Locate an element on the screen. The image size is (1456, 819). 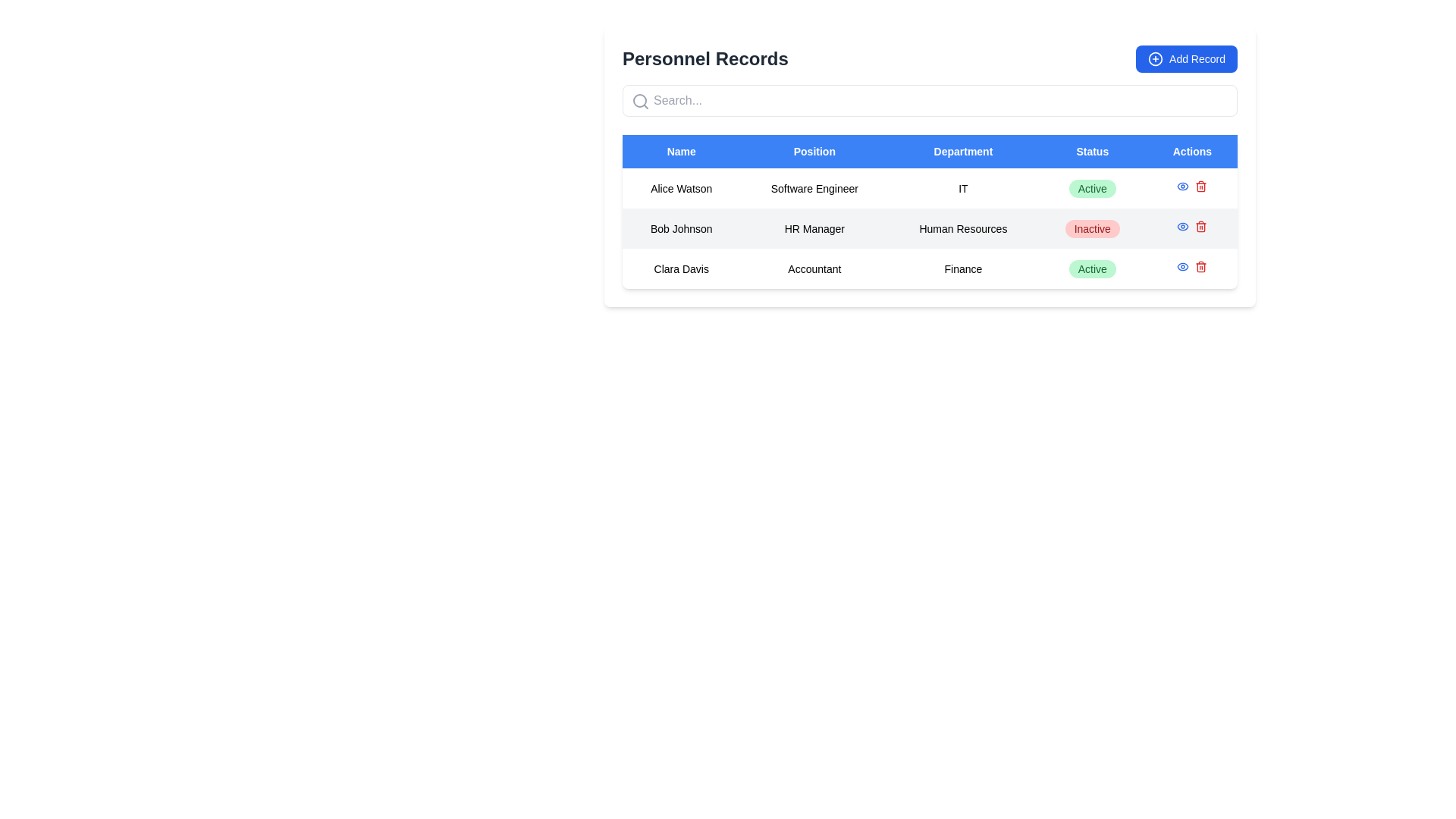
the third row of the personnel records table which displays 'Clara Davis', 'Accountant', 'Finance', 'Active' is located at coordinates (929, 268).